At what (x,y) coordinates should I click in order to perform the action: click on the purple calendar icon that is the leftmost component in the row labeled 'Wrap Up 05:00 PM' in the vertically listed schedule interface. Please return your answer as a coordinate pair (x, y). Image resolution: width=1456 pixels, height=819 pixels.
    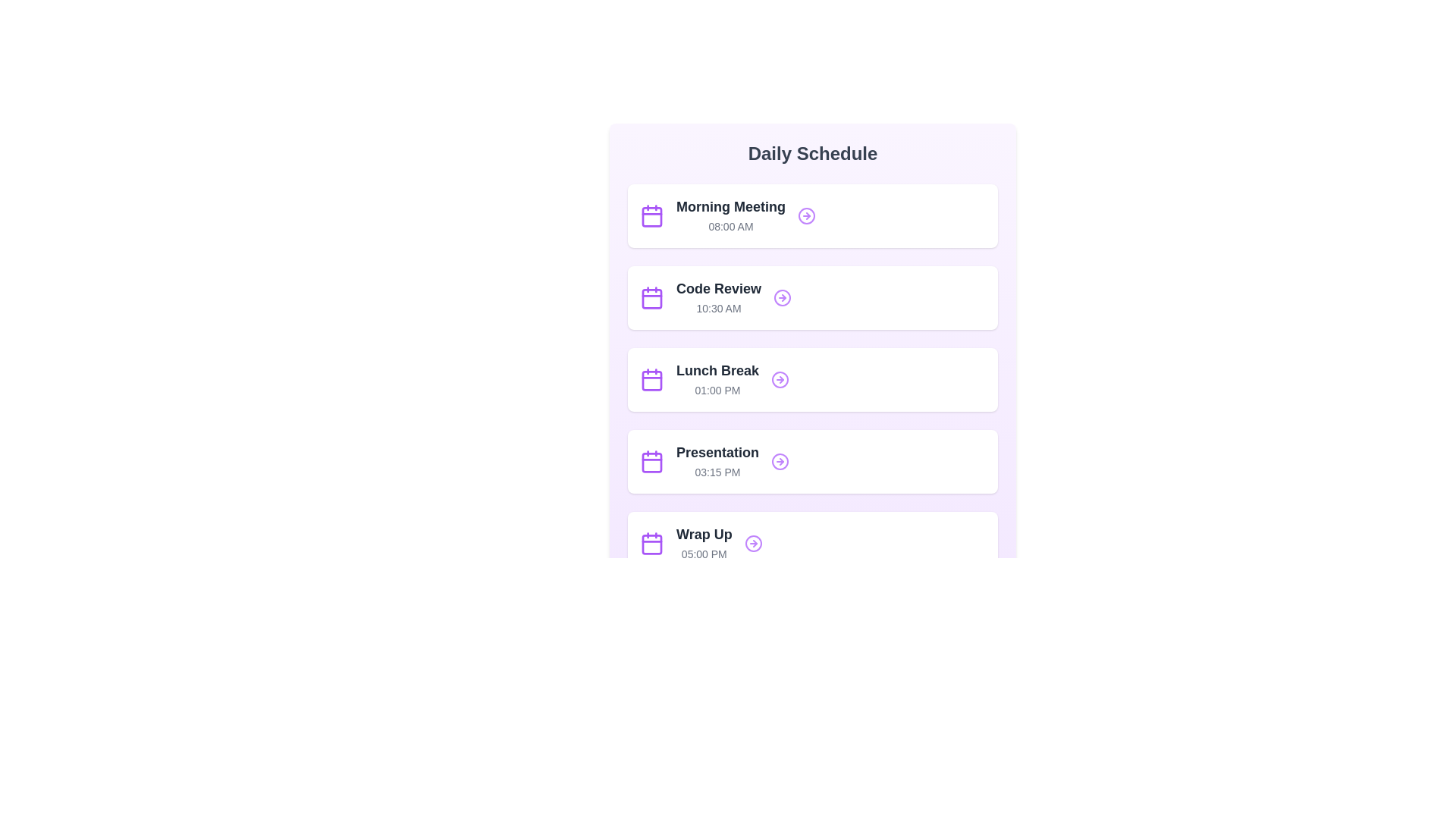
    Looking at the image, I should click on (651, 543).